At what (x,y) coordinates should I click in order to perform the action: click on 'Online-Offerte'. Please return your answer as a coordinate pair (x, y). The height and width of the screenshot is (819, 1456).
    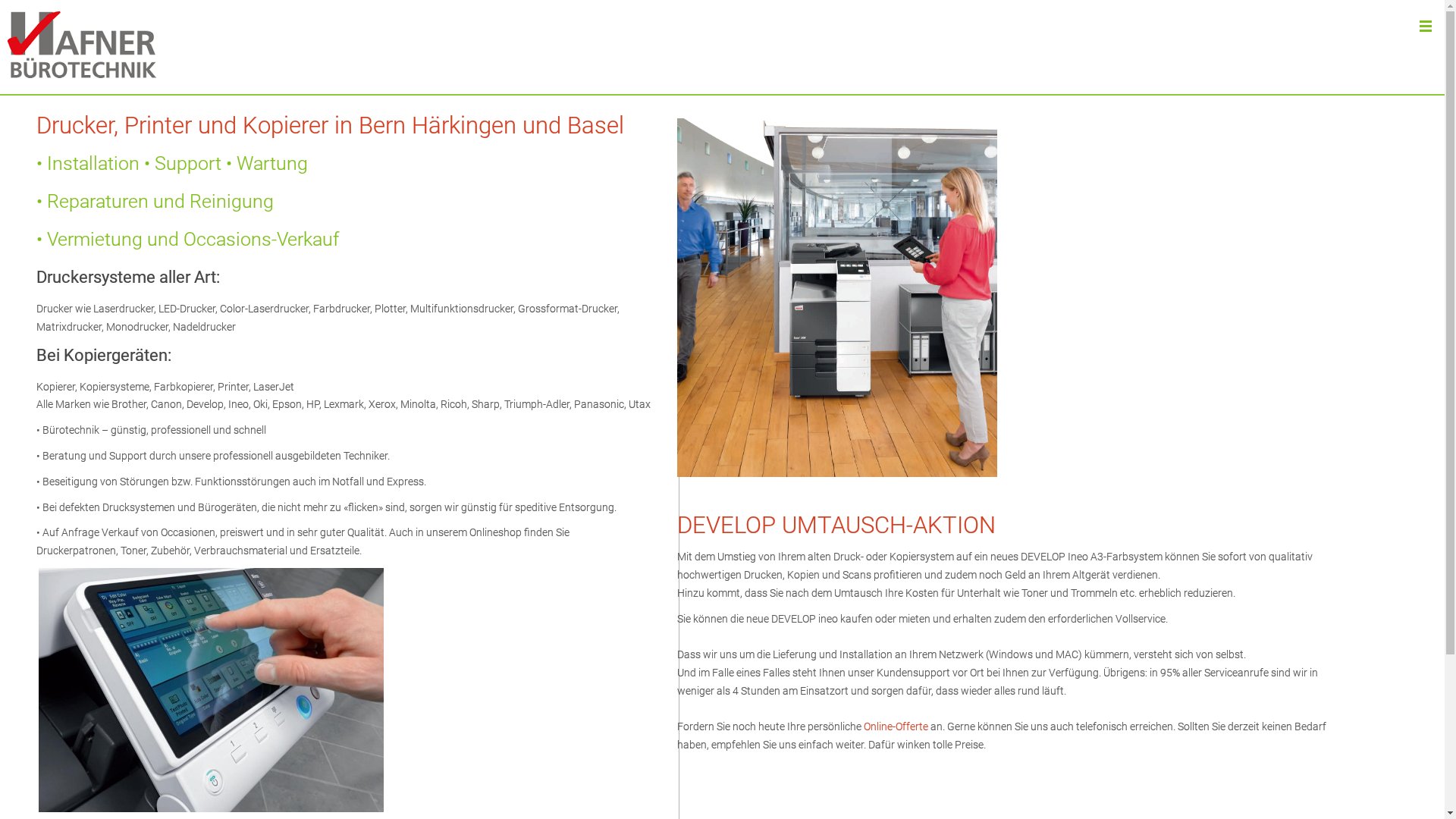
    Looking at the image, I should click on (896, 725).